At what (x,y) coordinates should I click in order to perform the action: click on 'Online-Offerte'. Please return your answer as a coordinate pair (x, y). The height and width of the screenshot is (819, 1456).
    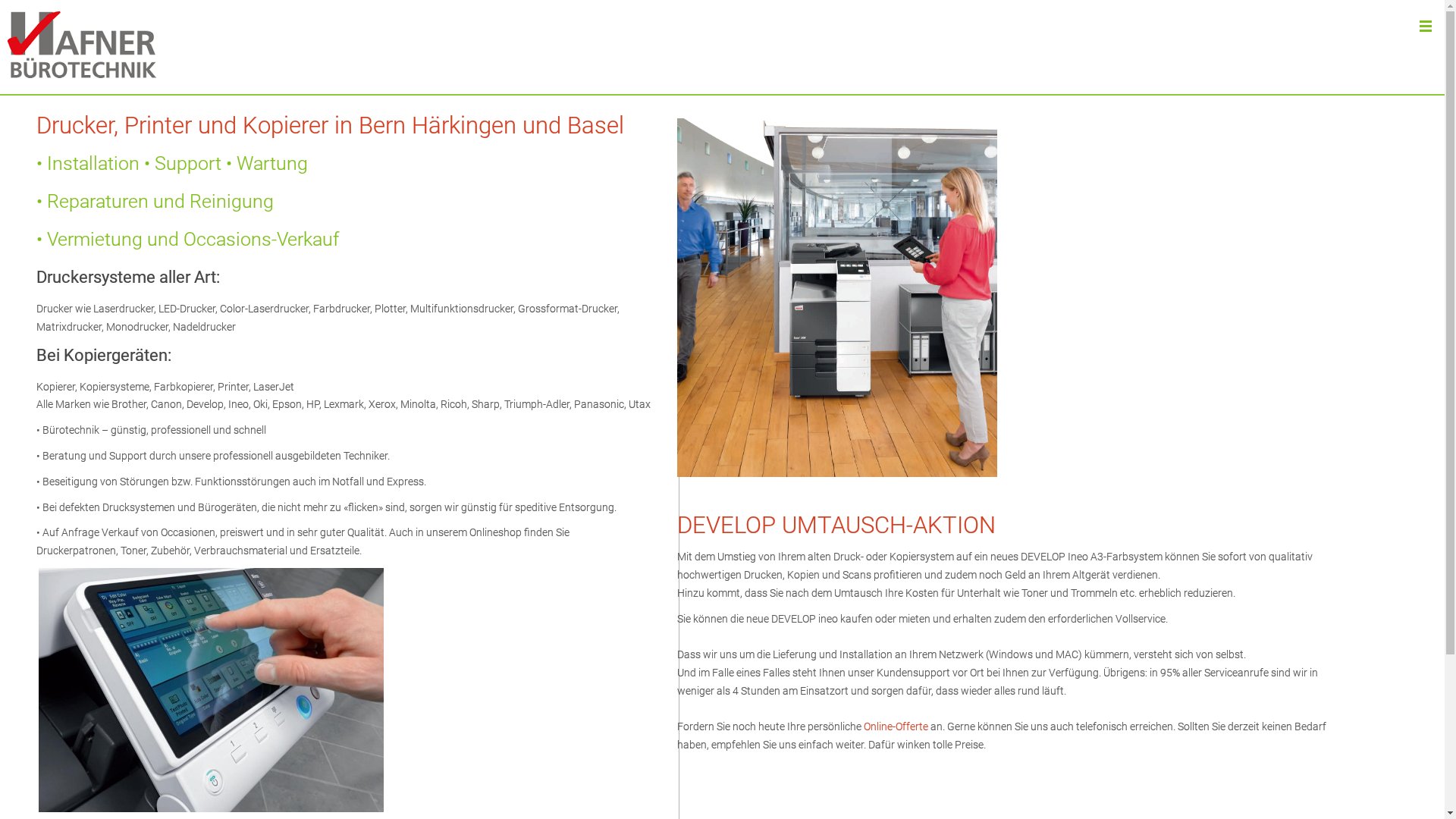
    Looking at the image, I should click on (896, 725).